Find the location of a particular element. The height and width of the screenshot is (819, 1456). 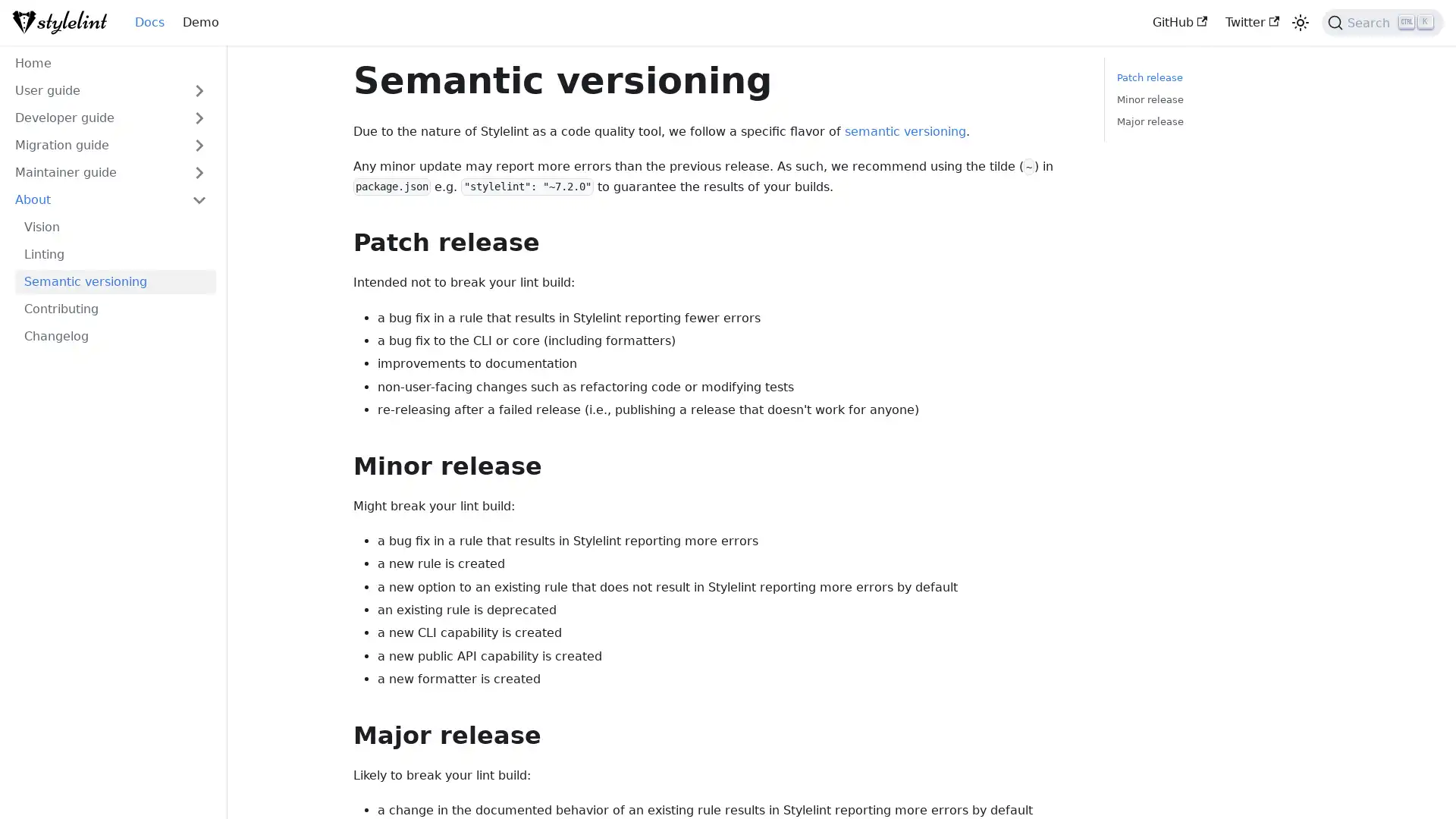

Switch between dark and light mode (currently light mode) is located at coordinates (1299, 23).